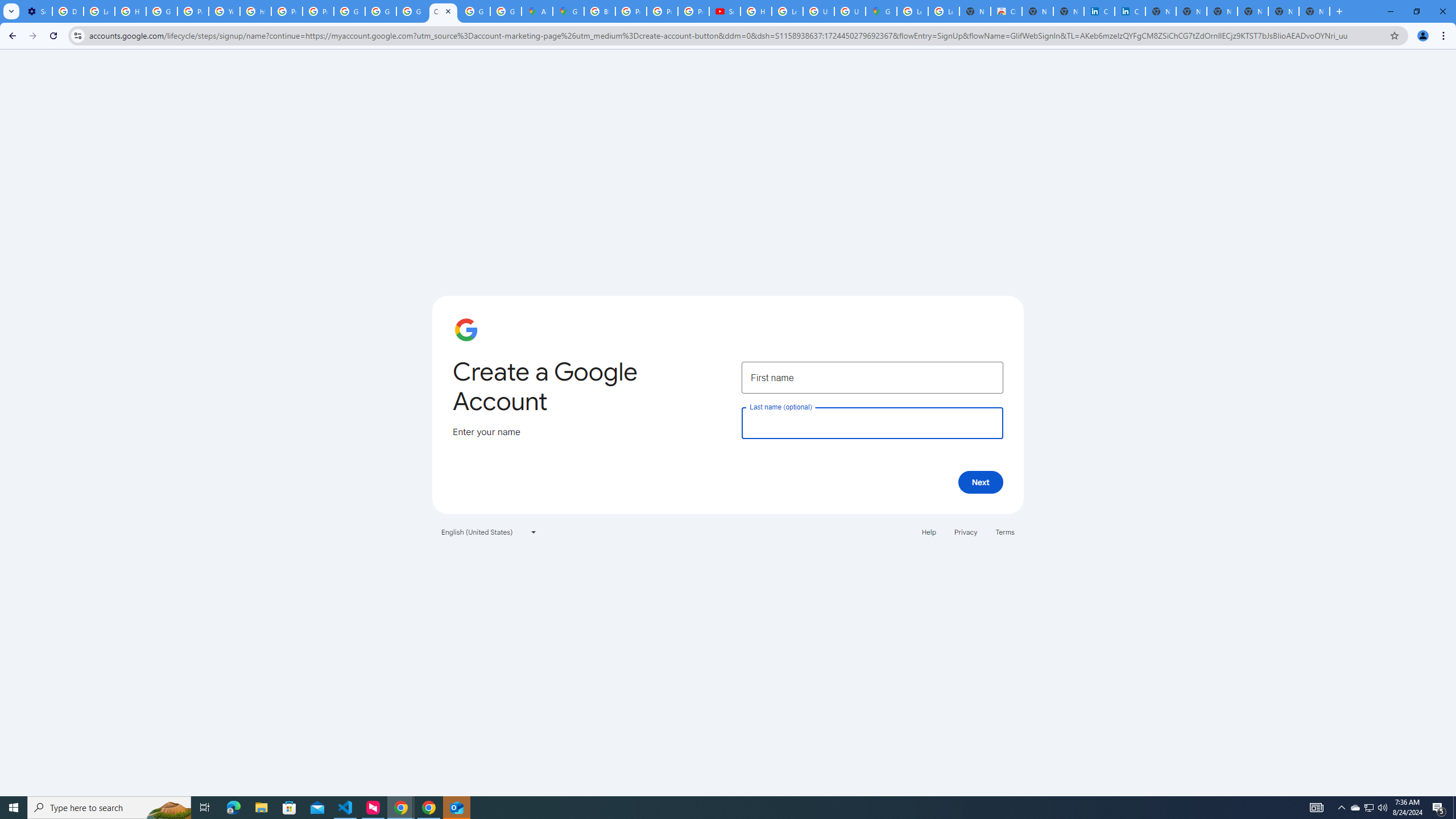 This screenshot has height=819, width=1456. What do you see at coordinates (871, 377) in the screenshot?
I see `'First name'` at bounding box center [871, 377].